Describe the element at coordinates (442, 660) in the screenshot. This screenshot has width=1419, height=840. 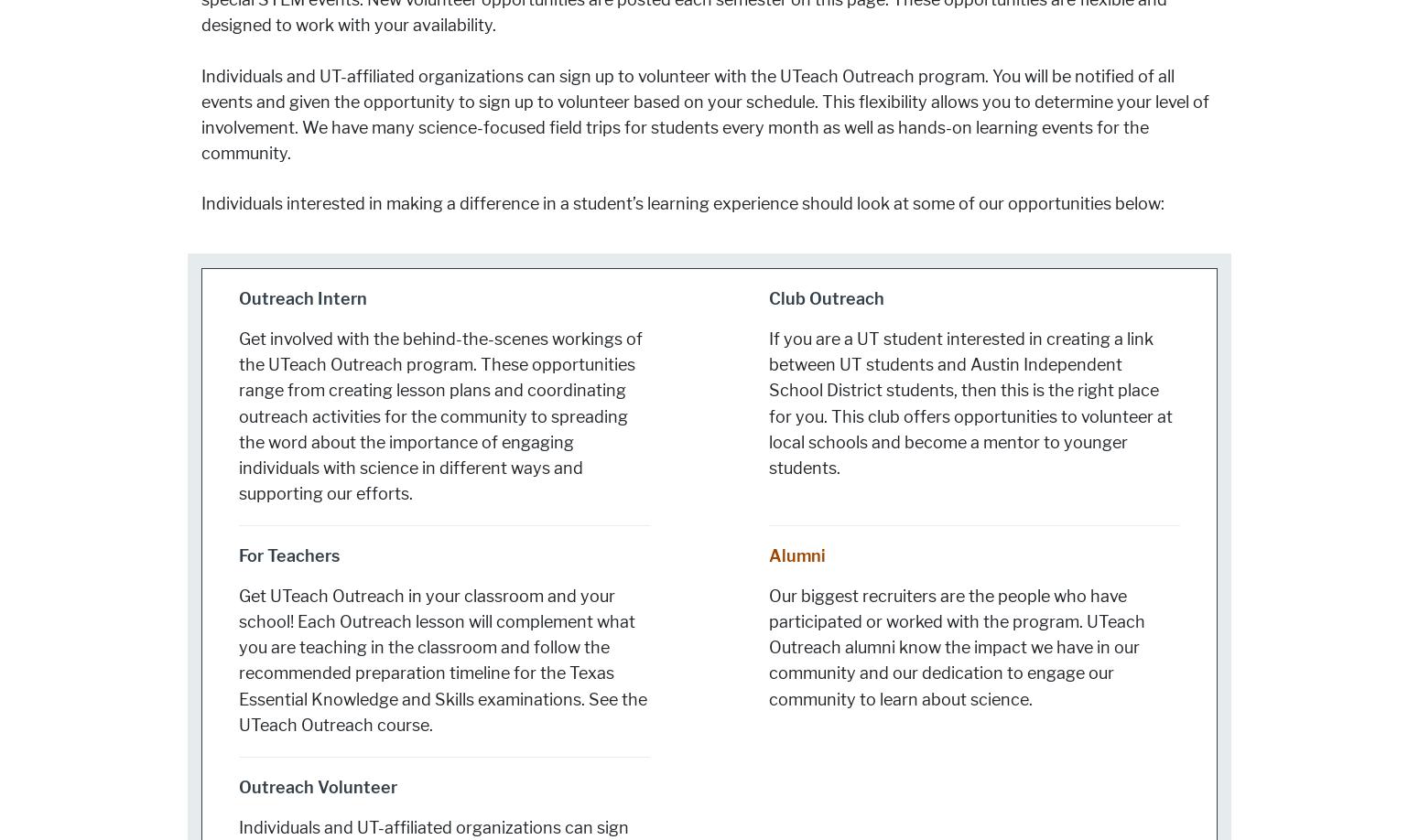
I see `'Get UTeach Outreach in your classroom and your school! Each Outreach lesson will complement what you are teaching in the classroom and follow the recommended preparation timeline for the Texas Essential Knowledge and Skills examinations. See the UTeach Outreach course.'` at that location.